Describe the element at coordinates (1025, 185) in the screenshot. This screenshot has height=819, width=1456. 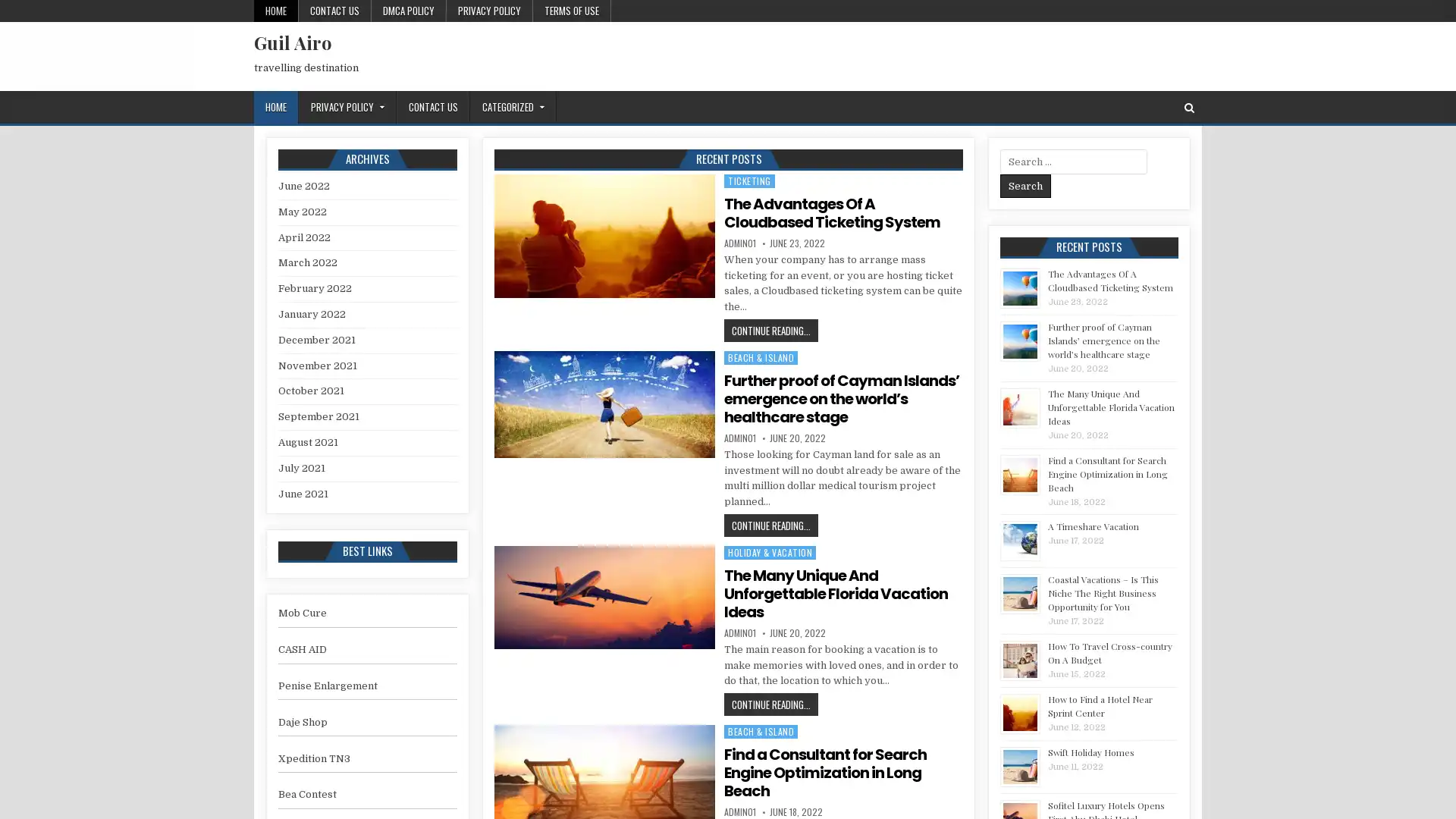
I see `Search` at that location.